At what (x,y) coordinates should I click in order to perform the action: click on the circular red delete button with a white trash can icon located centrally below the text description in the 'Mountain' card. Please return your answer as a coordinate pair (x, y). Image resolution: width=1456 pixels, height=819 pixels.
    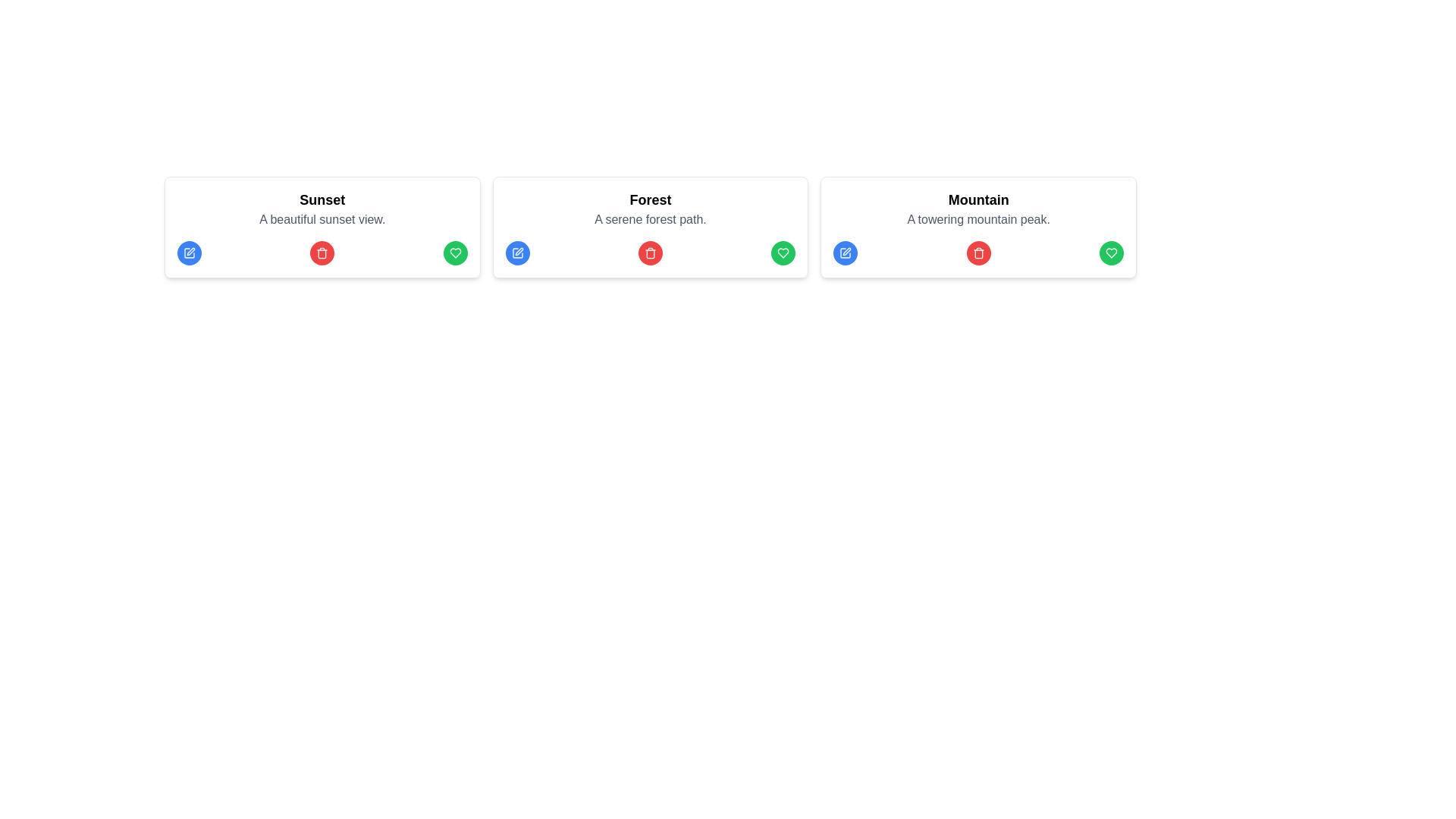
    Looking at the image, I should click on (978, 253).